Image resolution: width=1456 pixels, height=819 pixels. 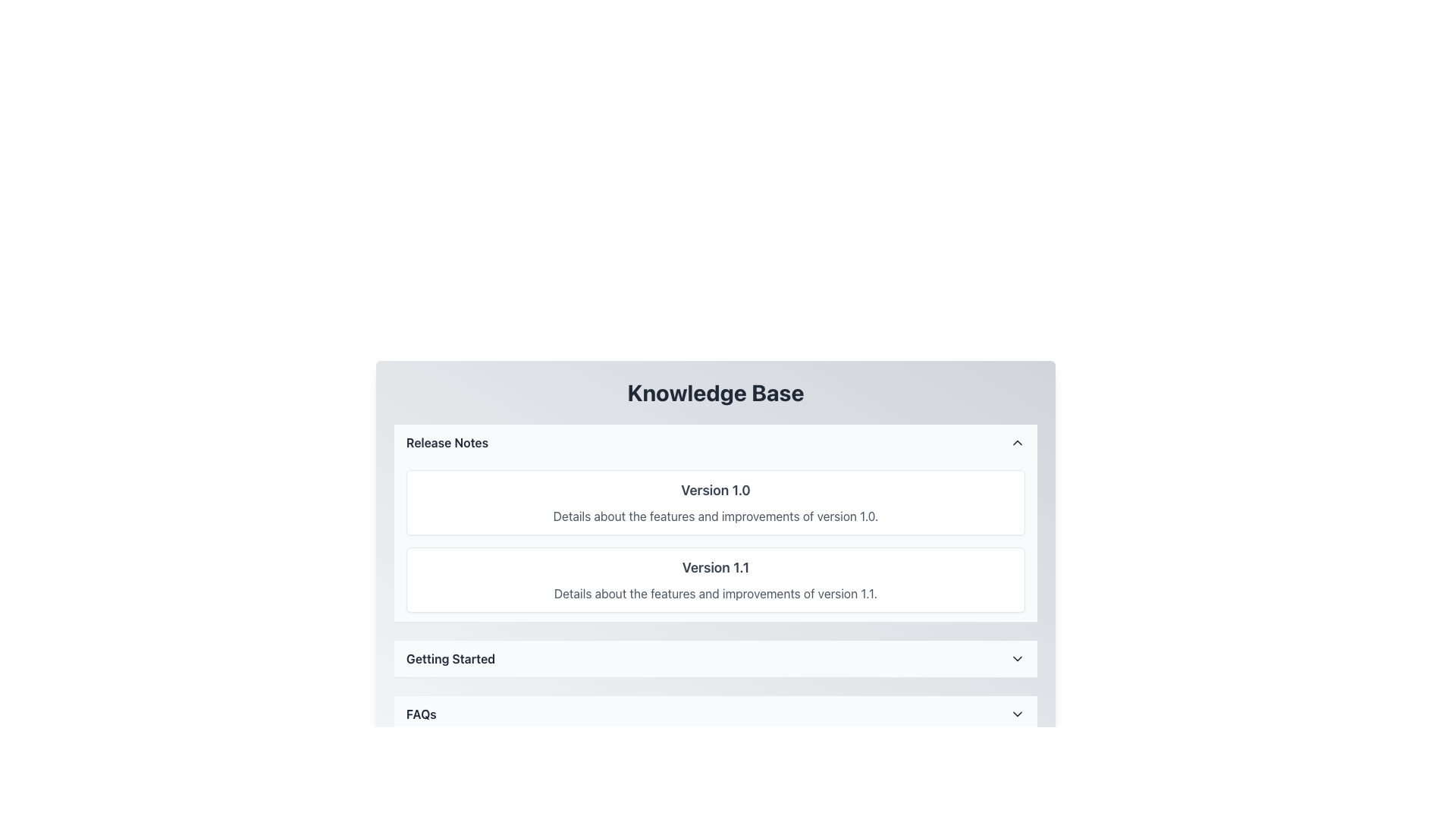 I want to click on the Expandable menu item labeled 'Getting Started', so click(x=715, y=658).